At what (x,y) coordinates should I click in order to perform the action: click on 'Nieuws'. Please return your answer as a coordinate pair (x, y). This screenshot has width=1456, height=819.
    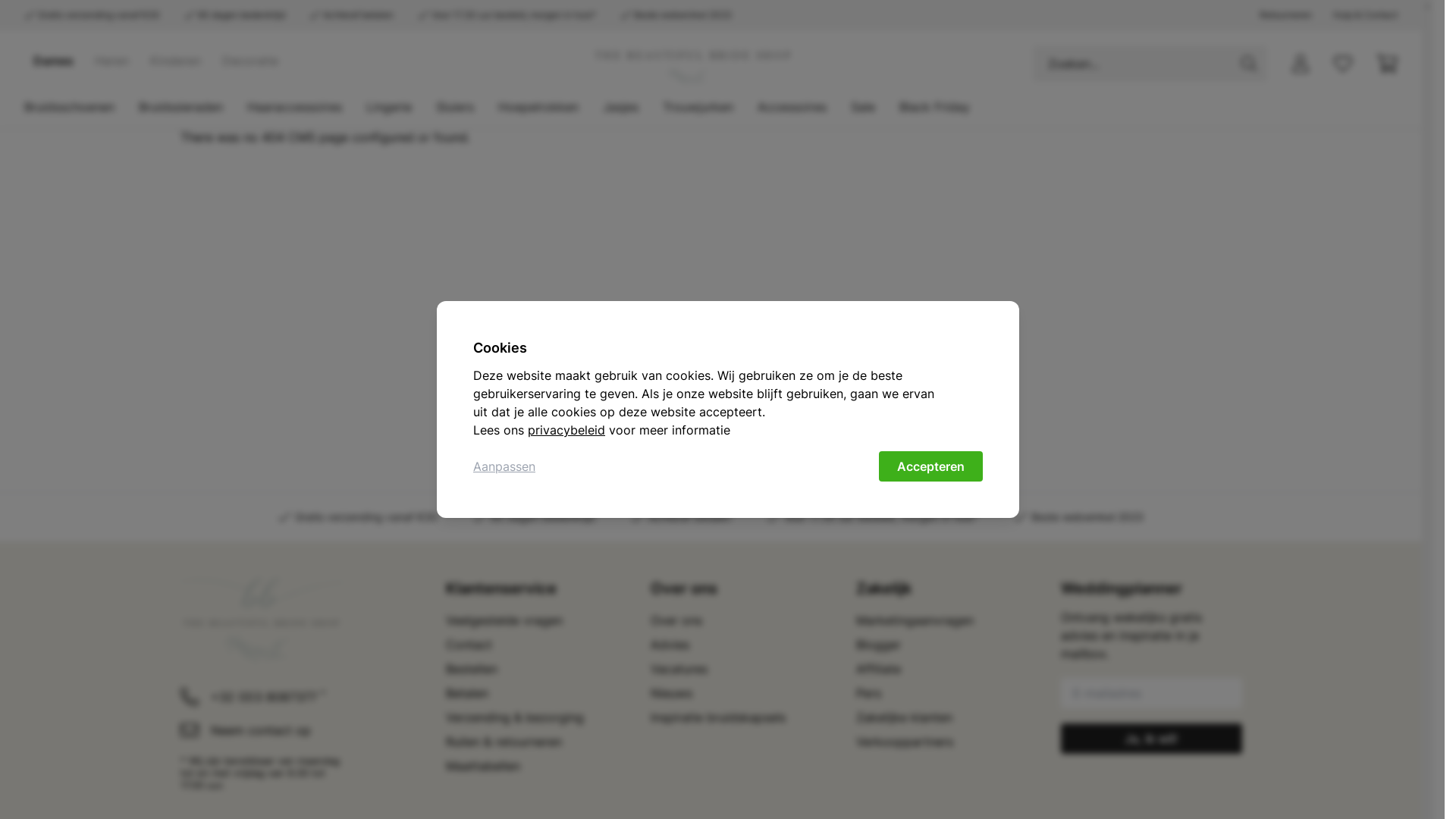
    Looking at the image, I should click on (670, 693).